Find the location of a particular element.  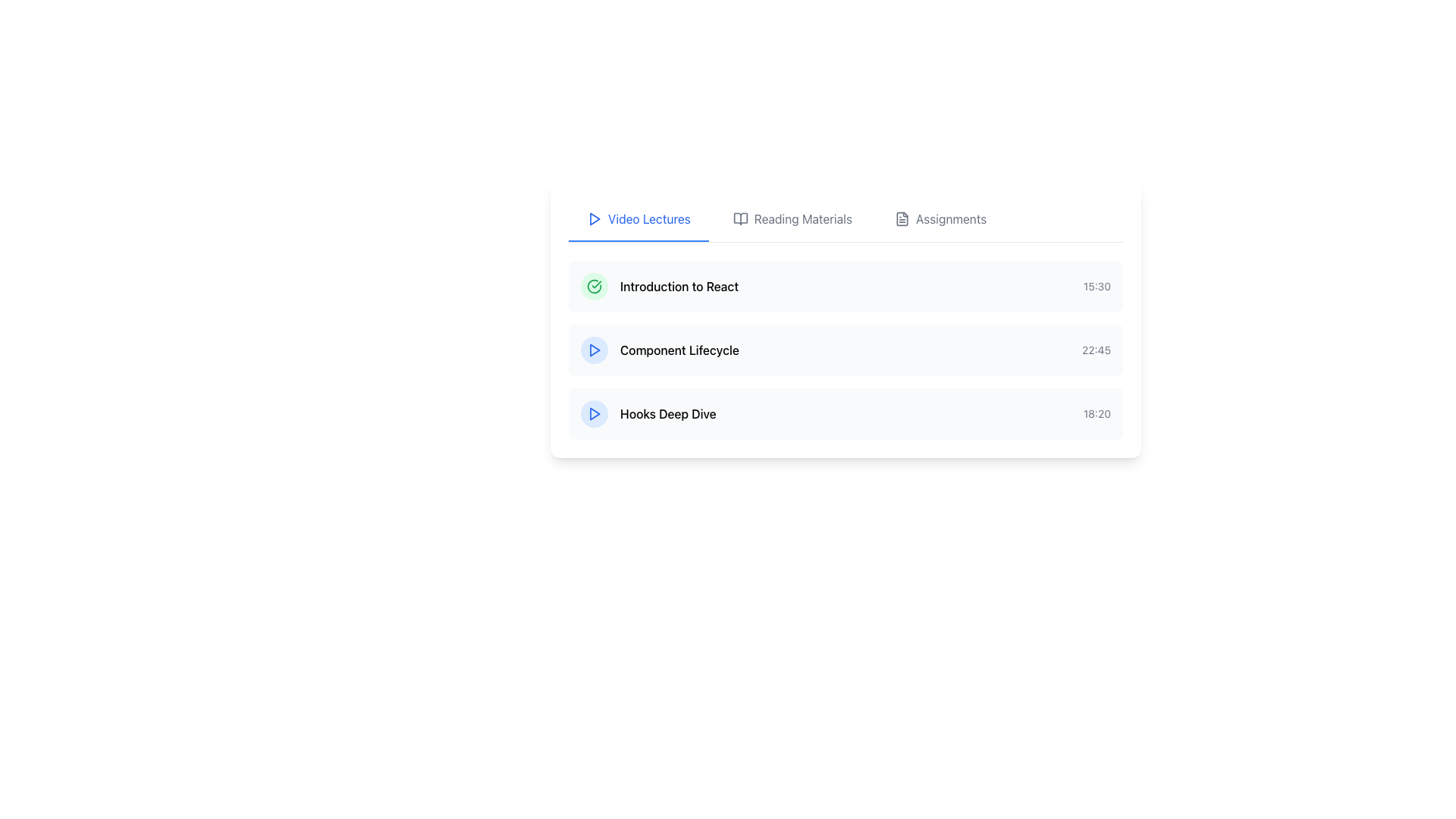

the circular play button with a light blue background and blue 'play' icon is located at coordinates (593, 414).